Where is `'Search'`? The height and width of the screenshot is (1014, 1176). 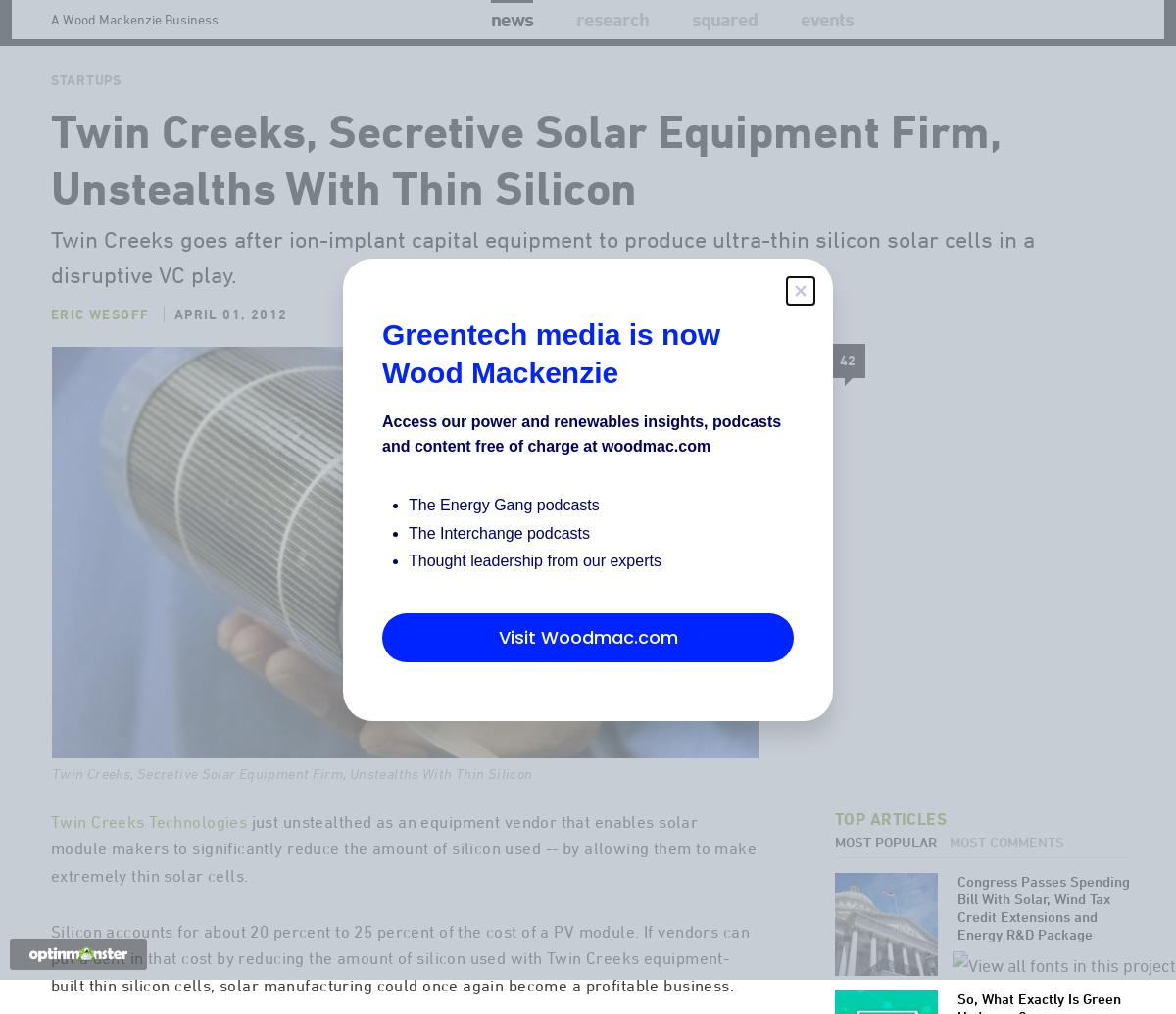
'Search' is located at coordinates (1072, 64).